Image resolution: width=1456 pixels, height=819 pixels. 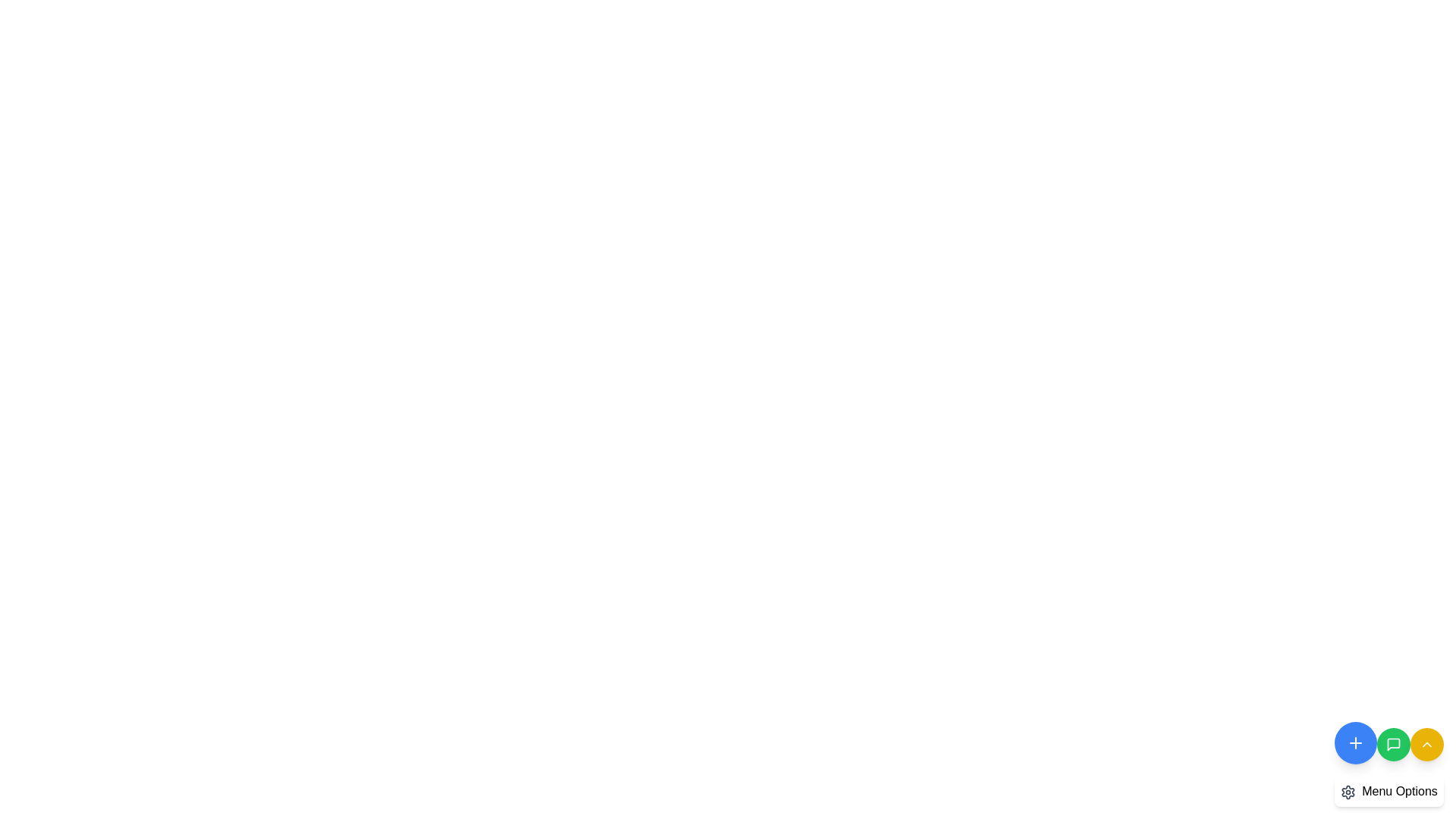 I want to click on the circular green button with a speech bubble icon, which is the second button among three horizontally aligned buttons at the bottom-right corner of the interface, so click(x=1389, y=761).